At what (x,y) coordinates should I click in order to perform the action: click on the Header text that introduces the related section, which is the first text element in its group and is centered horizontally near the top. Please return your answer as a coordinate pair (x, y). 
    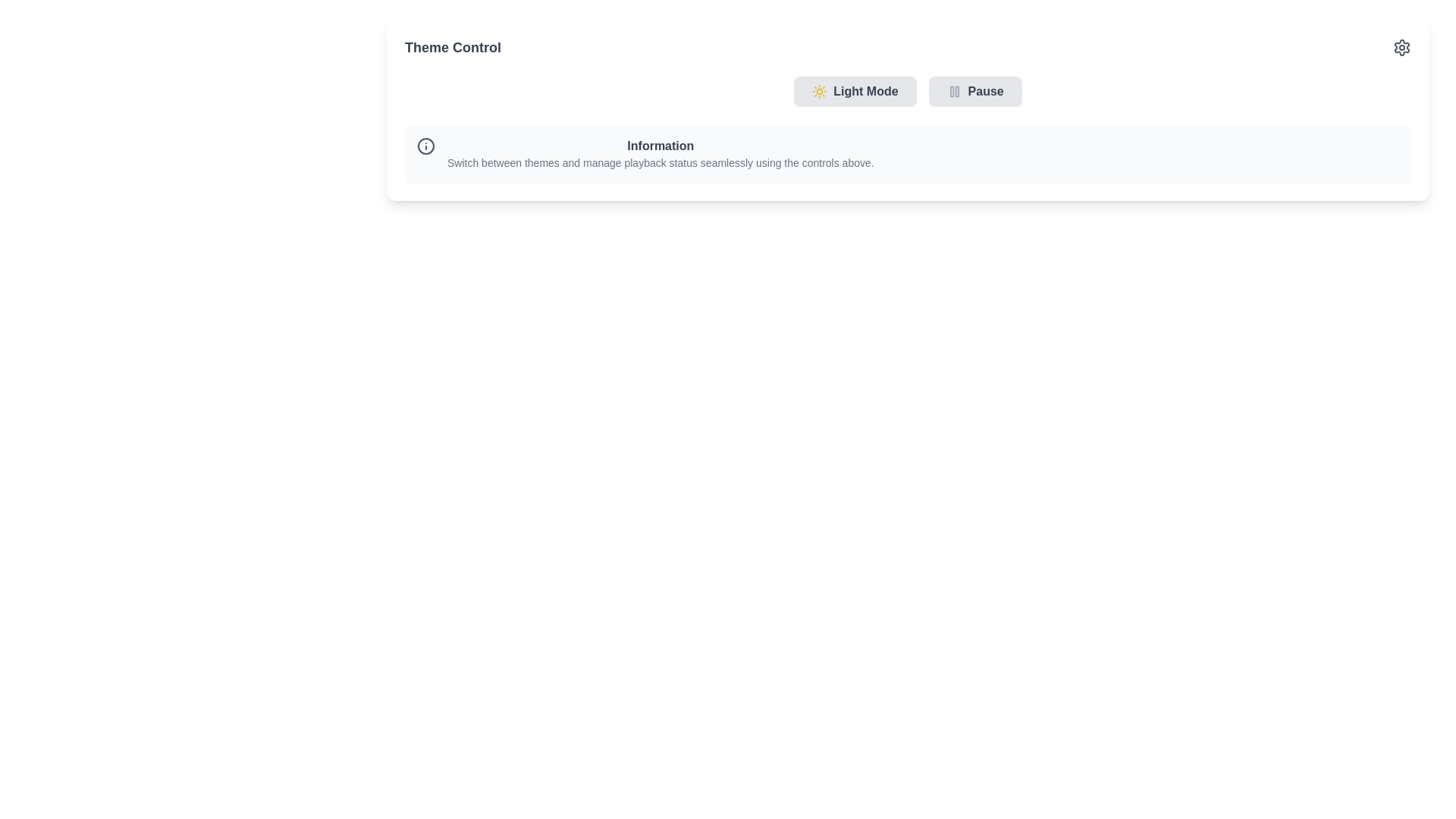
    Looking at the image, I should click on (661, 146).